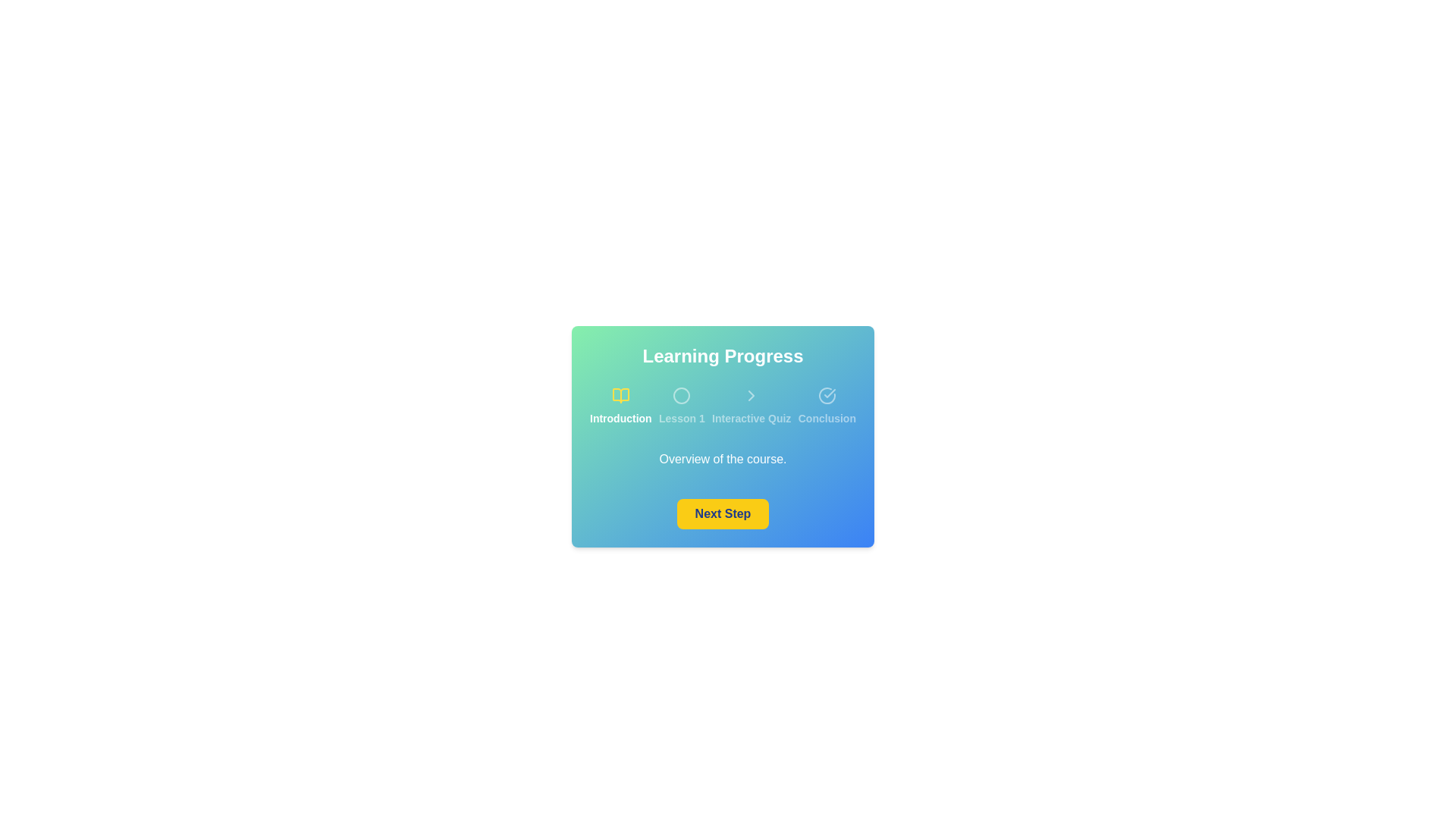 The width and height of the screenshot is (1456, 819). What do you see at coordinates (826, 418) in the screenshot?
I see `the 'Conclusion' text label, which is the fourth item in a series of steps in a progress tracker, positioned to the far right and preceded by 'Interactive Quiz'` at bounding box center [826, 418].